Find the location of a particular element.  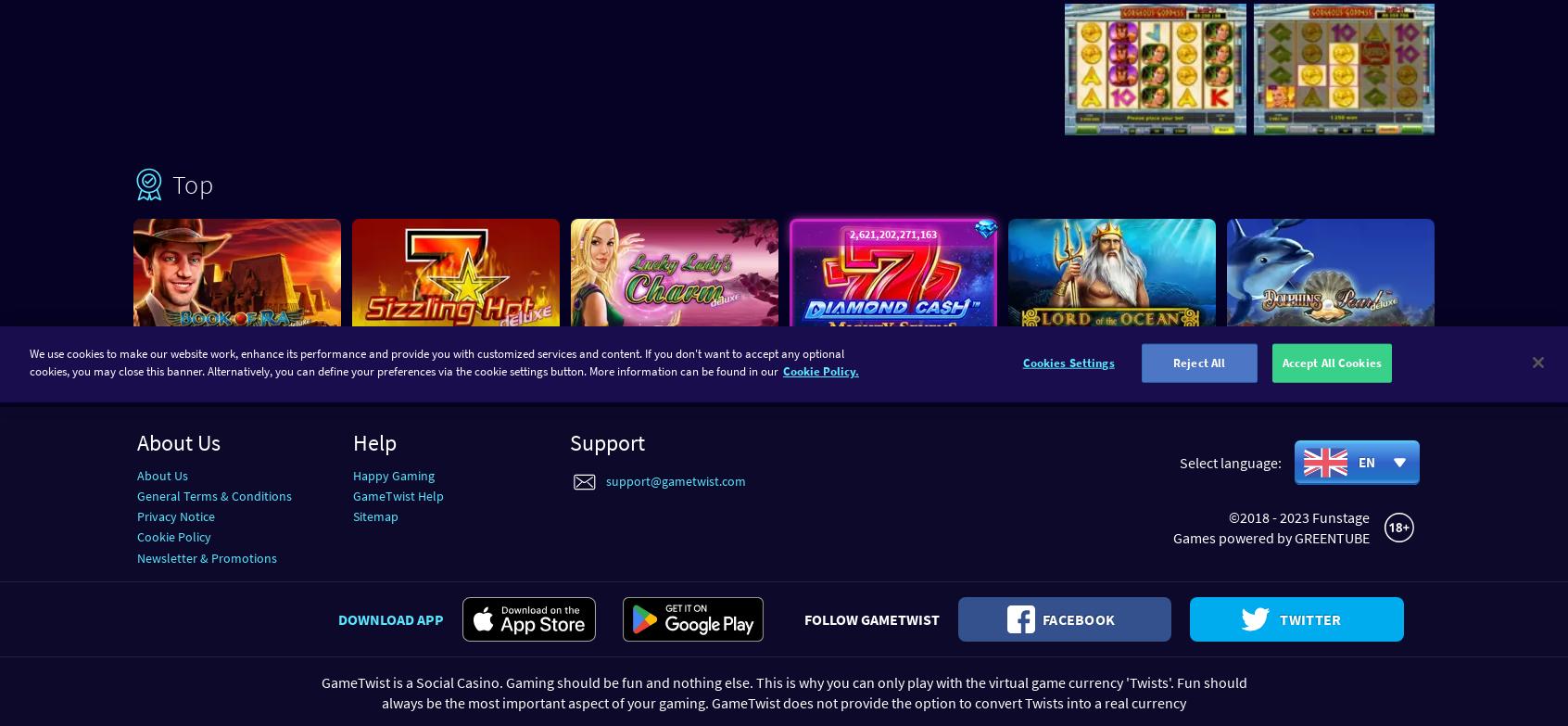

'Lucky Lady’s Charm™ deluxe' is located at coordinates (662, 349).